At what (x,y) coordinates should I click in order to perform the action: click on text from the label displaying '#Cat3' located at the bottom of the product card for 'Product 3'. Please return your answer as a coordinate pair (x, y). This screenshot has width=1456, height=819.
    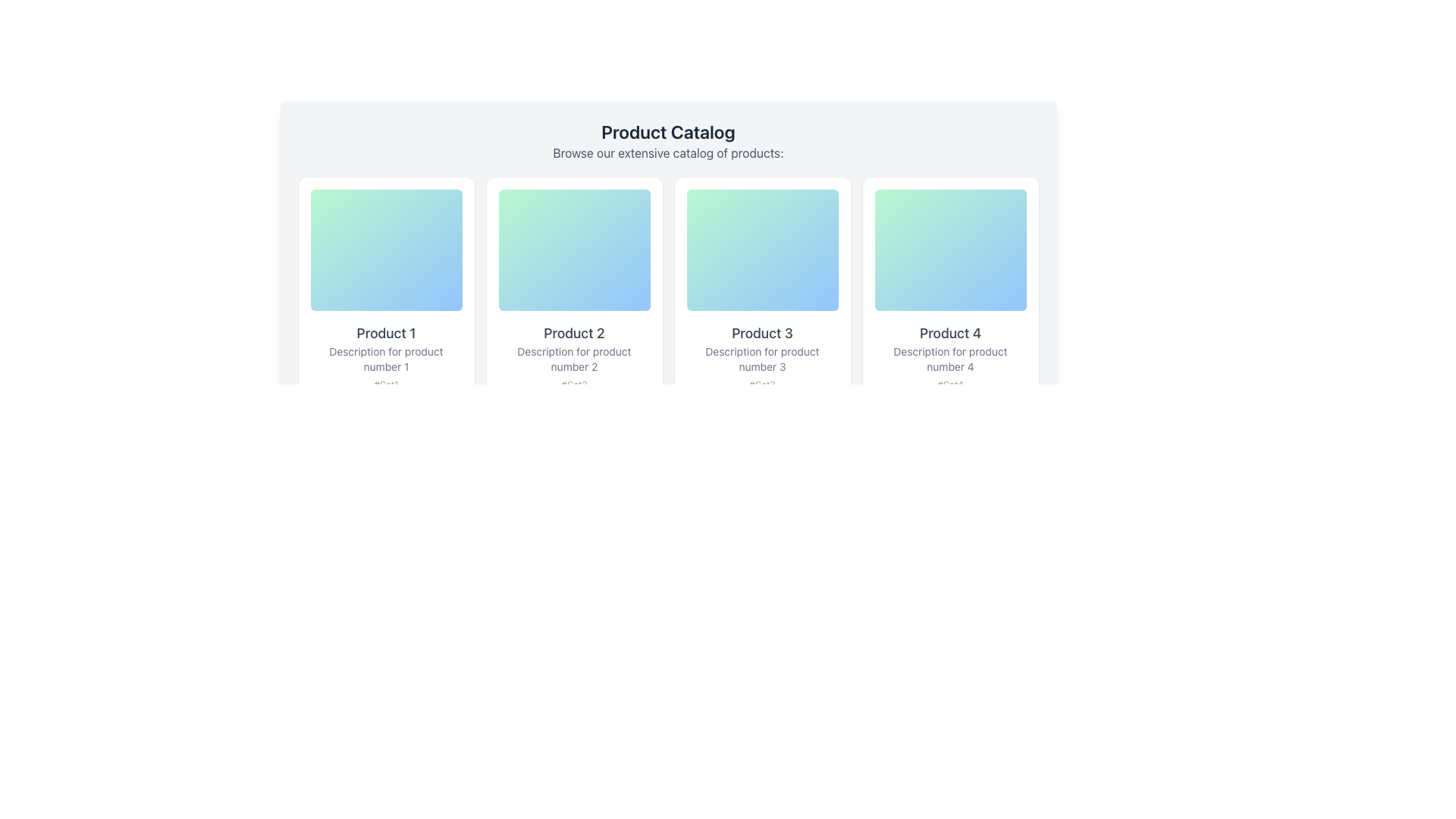
    Looking at the image, I should click on (762, 384).